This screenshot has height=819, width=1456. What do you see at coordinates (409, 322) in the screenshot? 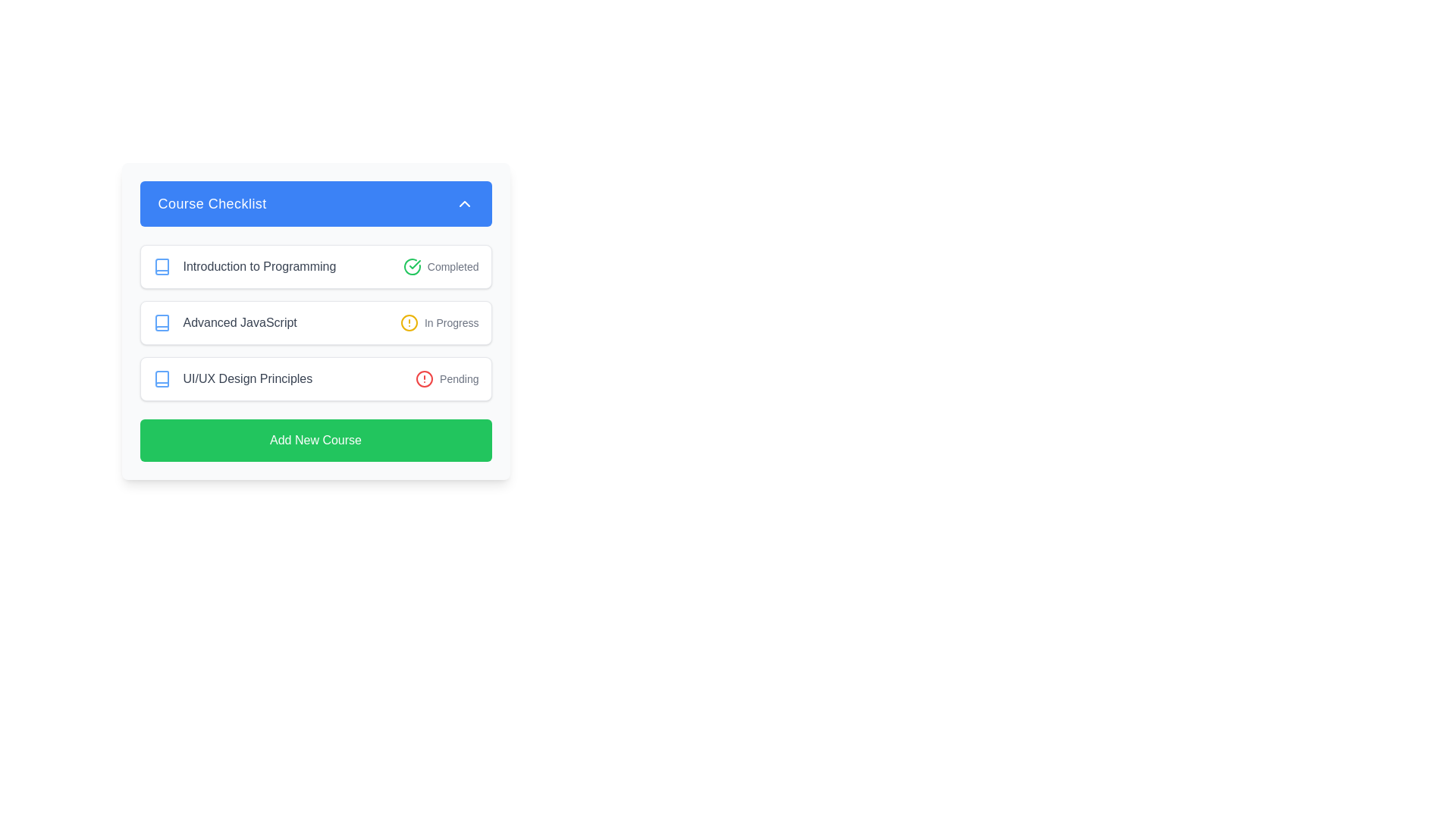
I see `the Status indicator icon, a circular icon with a yellow border and an exclamation mark, located to the left of the 'In Progress' text` at bounding box center [409, 322].